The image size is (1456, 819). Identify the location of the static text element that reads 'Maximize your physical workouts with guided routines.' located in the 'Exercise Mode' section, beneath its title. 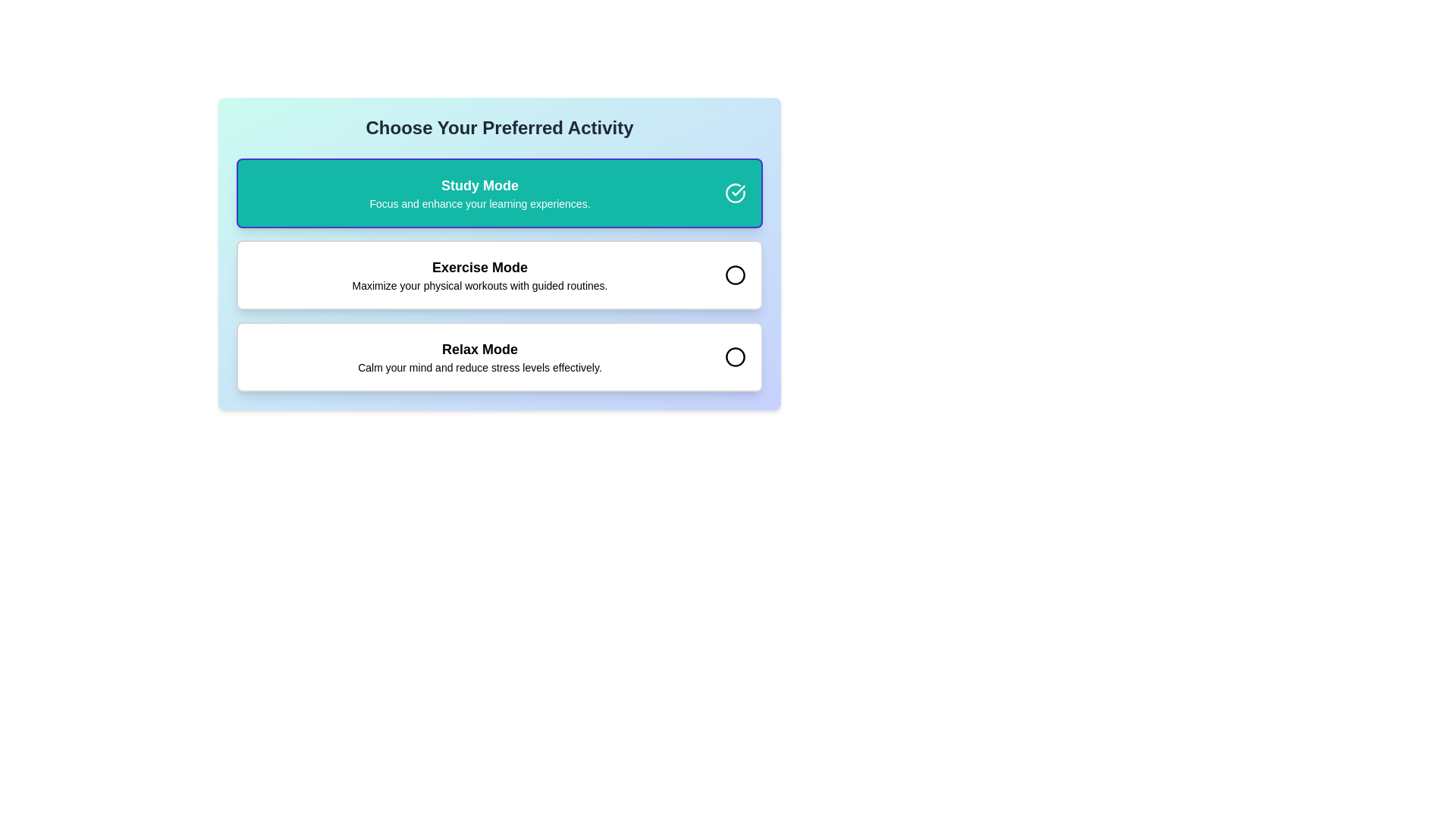
(479, 286).